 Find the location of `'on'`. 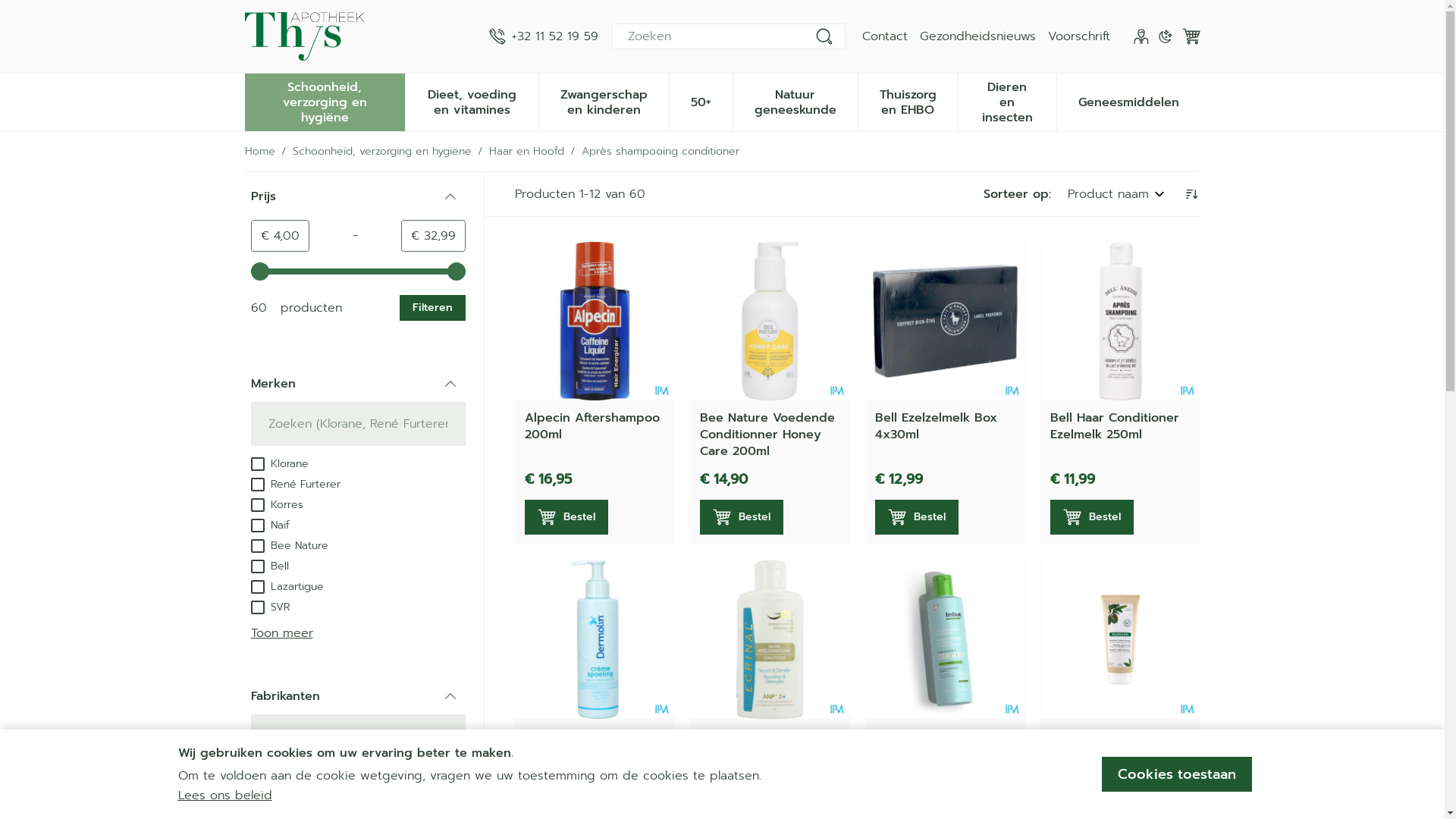

'on' is located at coordinates (257, 485).